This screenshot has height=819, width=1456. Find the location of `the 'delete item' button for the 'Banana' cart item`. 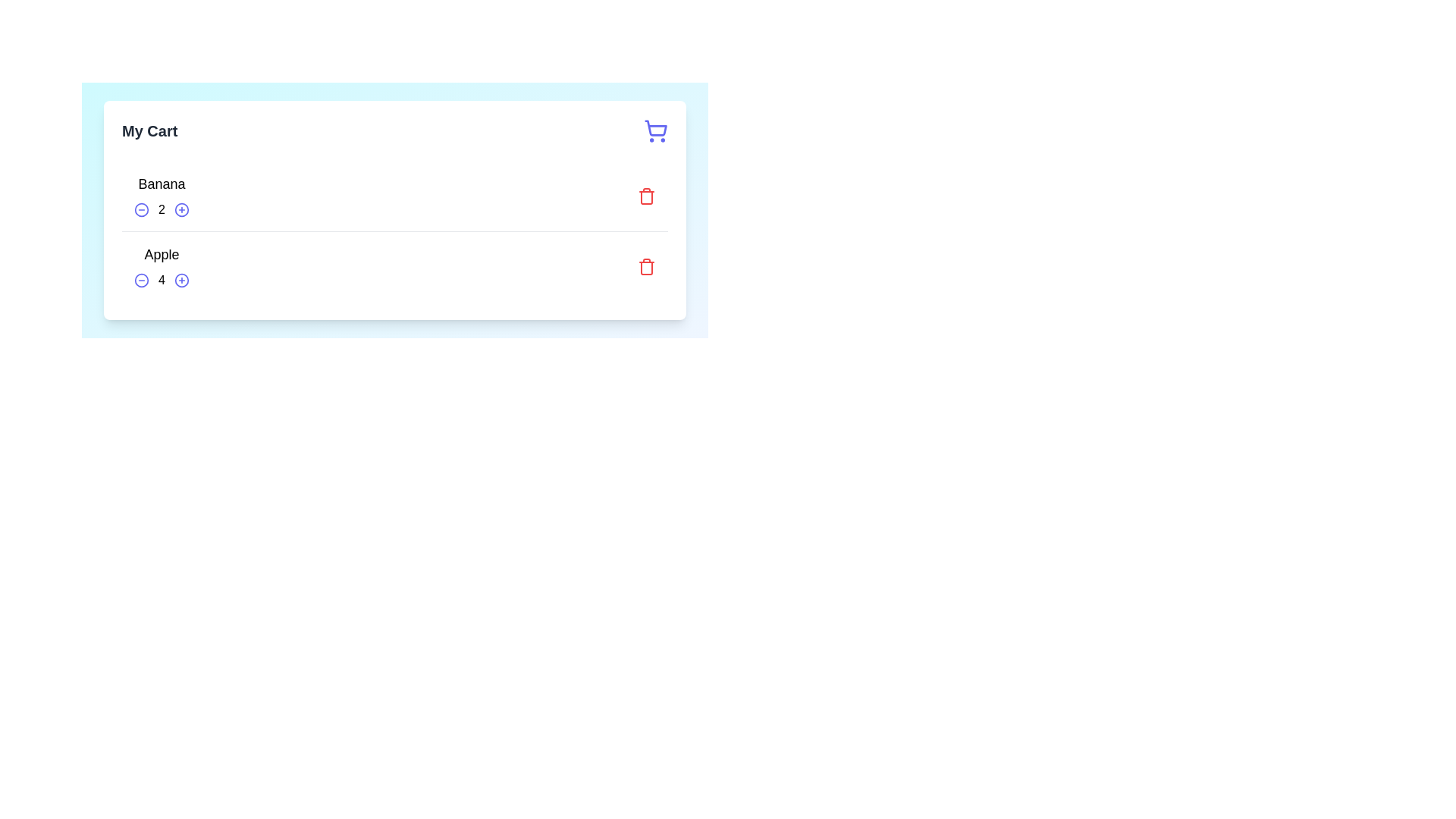

the 'delete item' button for the 'Banana' cart item is located at coordinates (647, 195).